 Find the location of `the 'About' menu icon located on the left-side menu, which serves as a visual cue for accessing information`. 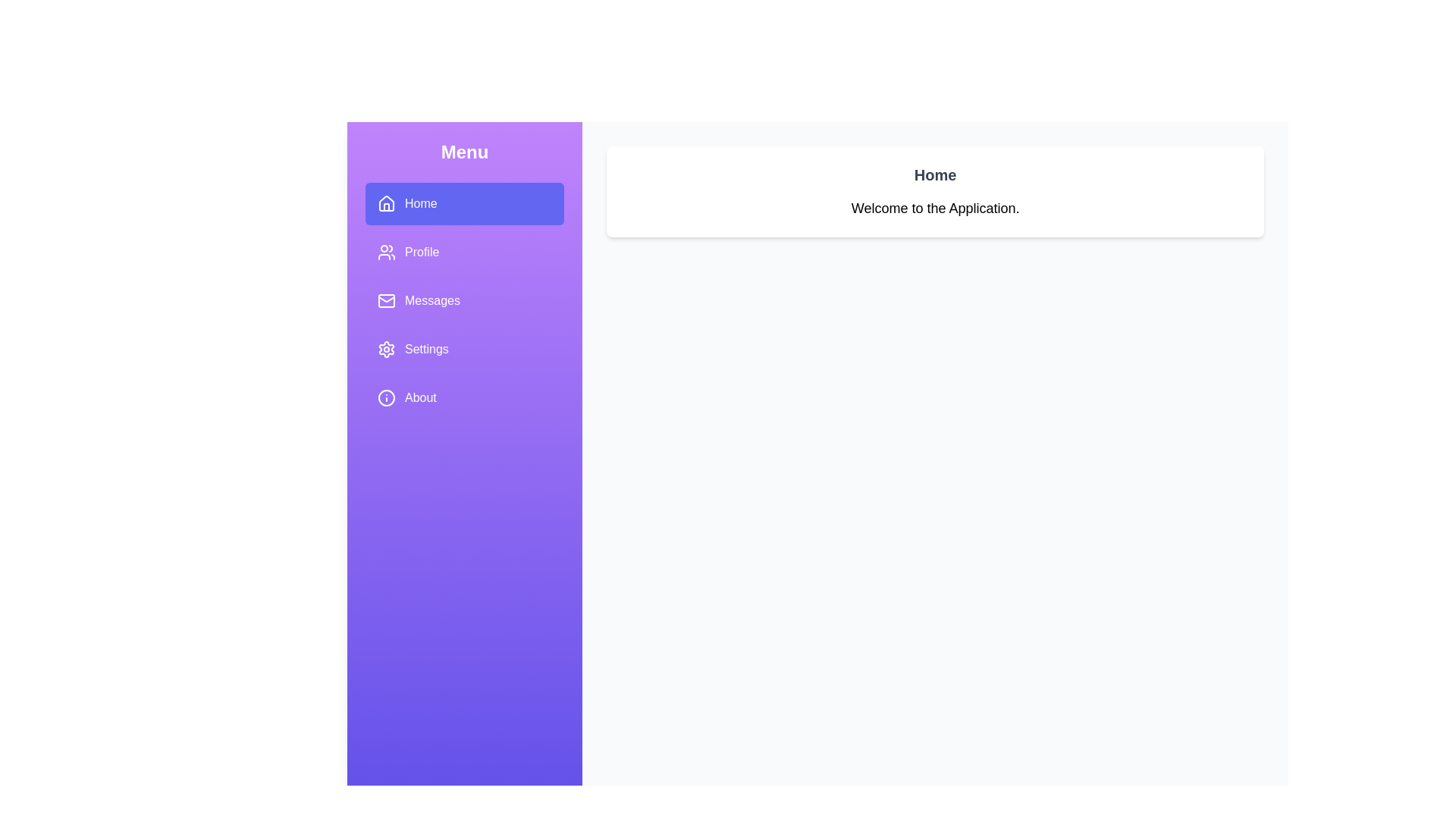

the 'About' menu icon located on the left-side menu, which serves as a visual cue for accessing information is located at coordinates (386, 397).